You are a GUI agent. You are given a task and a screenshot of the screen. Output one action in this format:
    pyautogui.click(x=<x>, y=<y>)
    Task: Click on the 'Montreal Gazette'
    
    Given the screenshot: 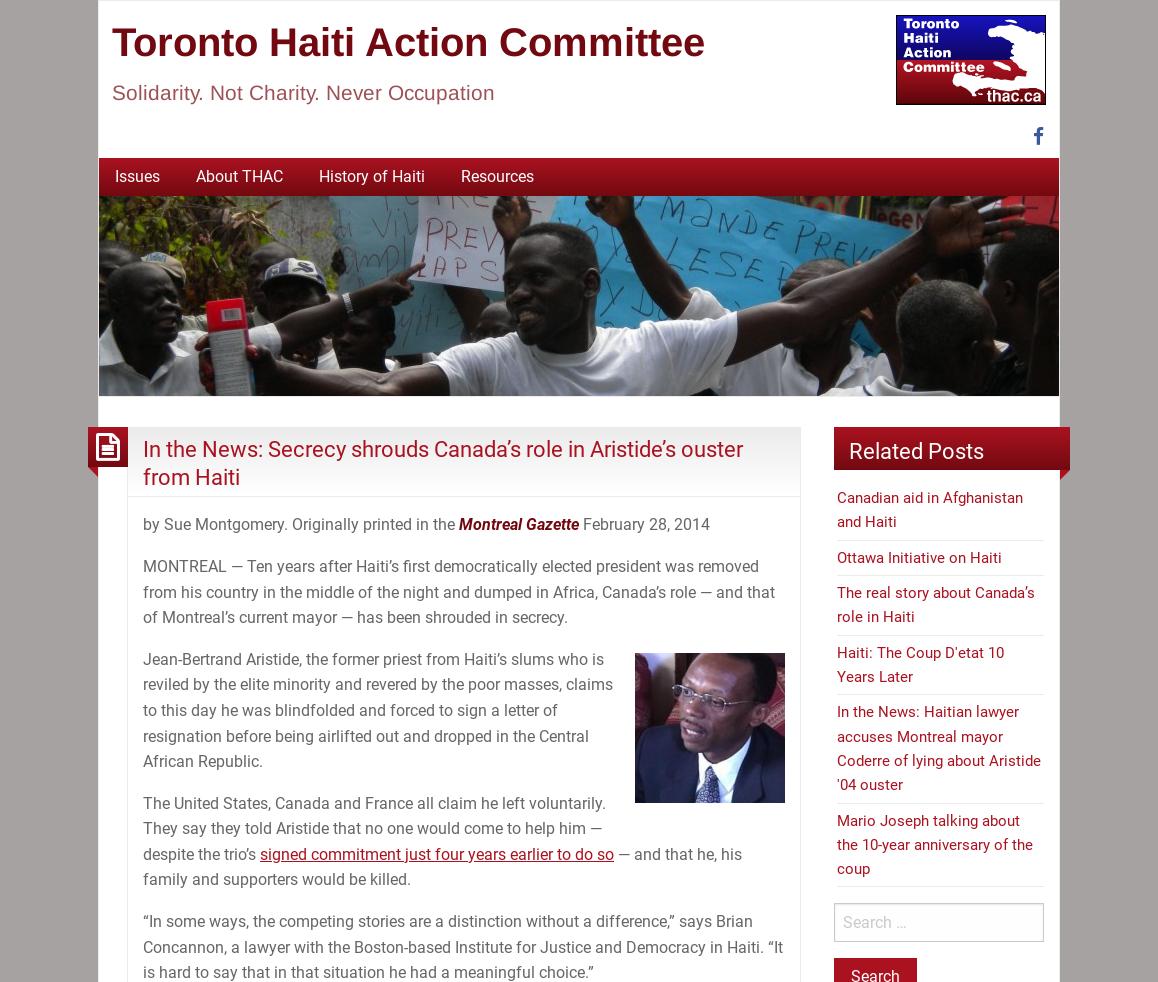 What is the action you would take?
    pyautogui.click(x=518, y=523)
    